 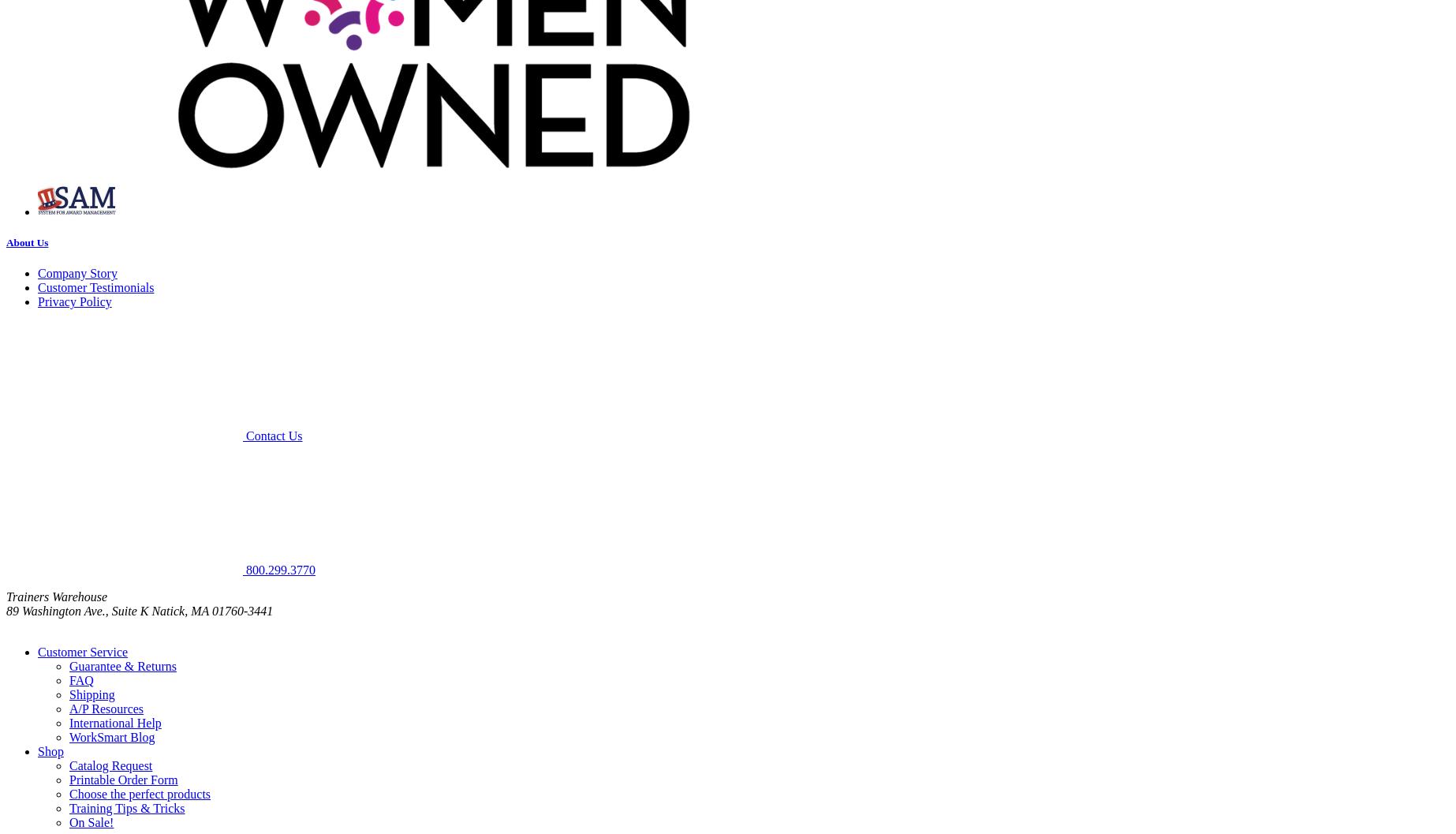 I want to click on 'Guarantee & Returns', so click(x=122, y=665).